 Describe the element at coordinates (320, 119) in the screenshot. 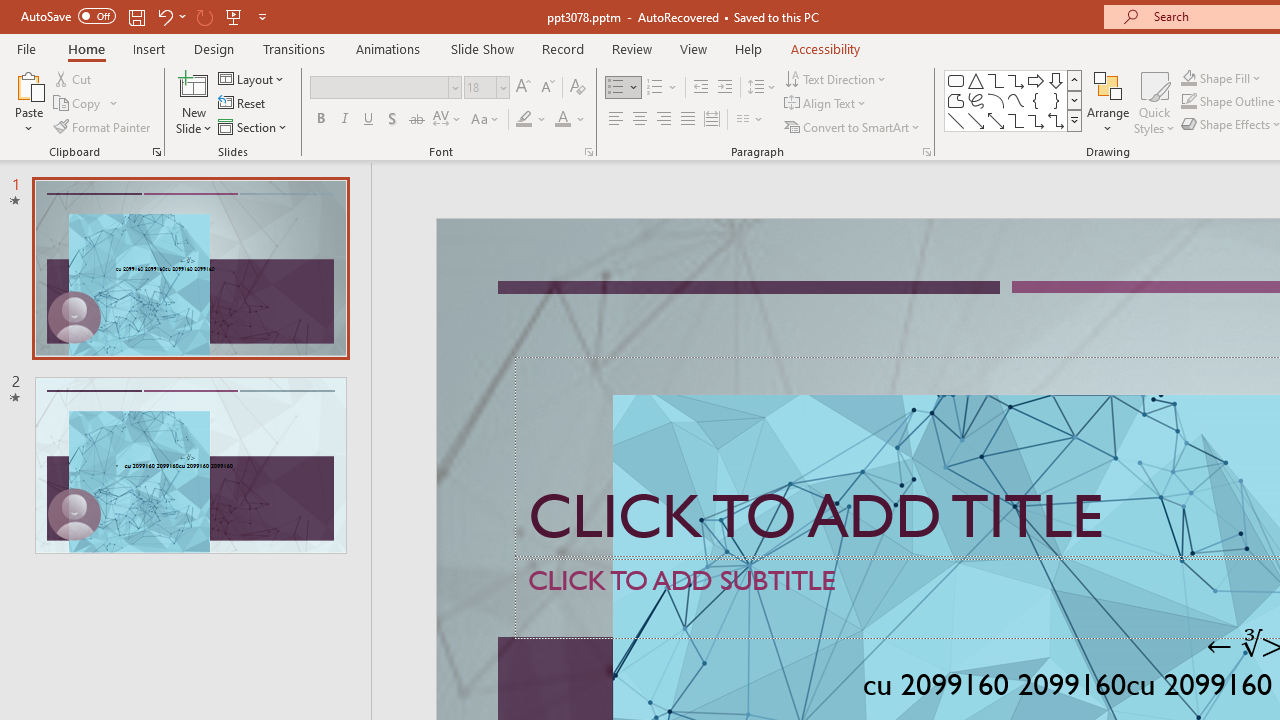

I see `'Bold'` at that location.